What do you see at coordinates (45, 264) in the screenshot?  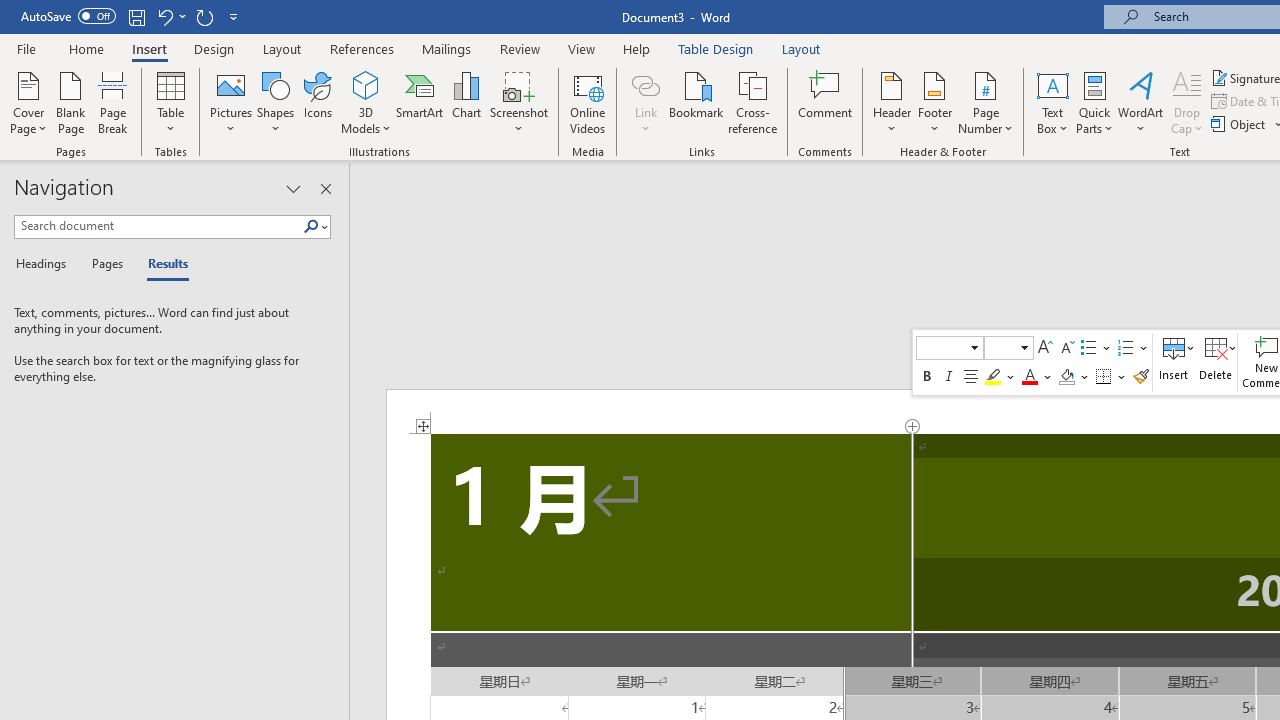 I see `'Headings'` at bounding box center [45, 264].